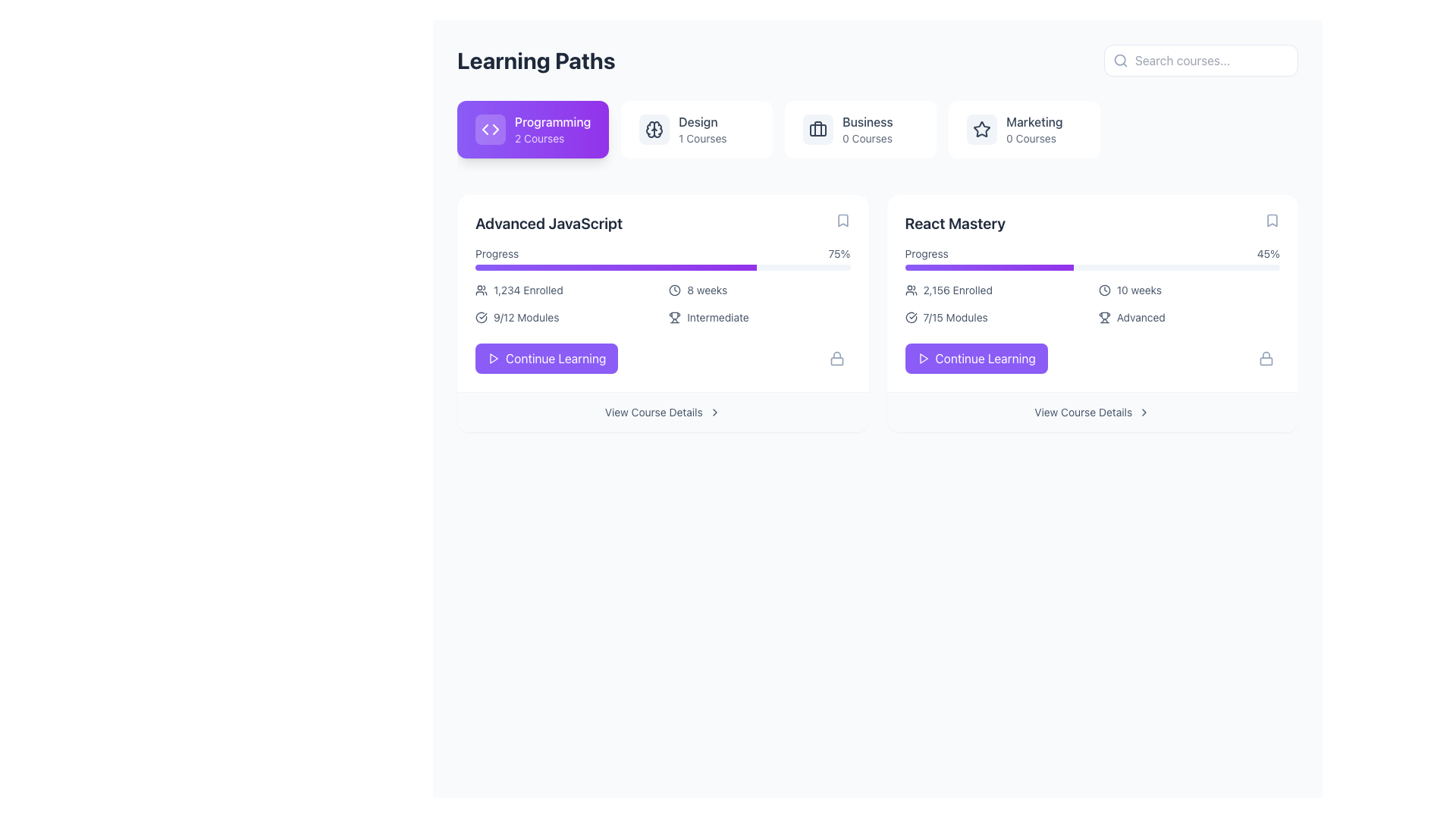 The width and height of the screenshot is (1456, 819). What do you see at coordinates (1025, 128) in the screenshot?
I see `the 'Marketing' button` at bounding box center [1025, 128].